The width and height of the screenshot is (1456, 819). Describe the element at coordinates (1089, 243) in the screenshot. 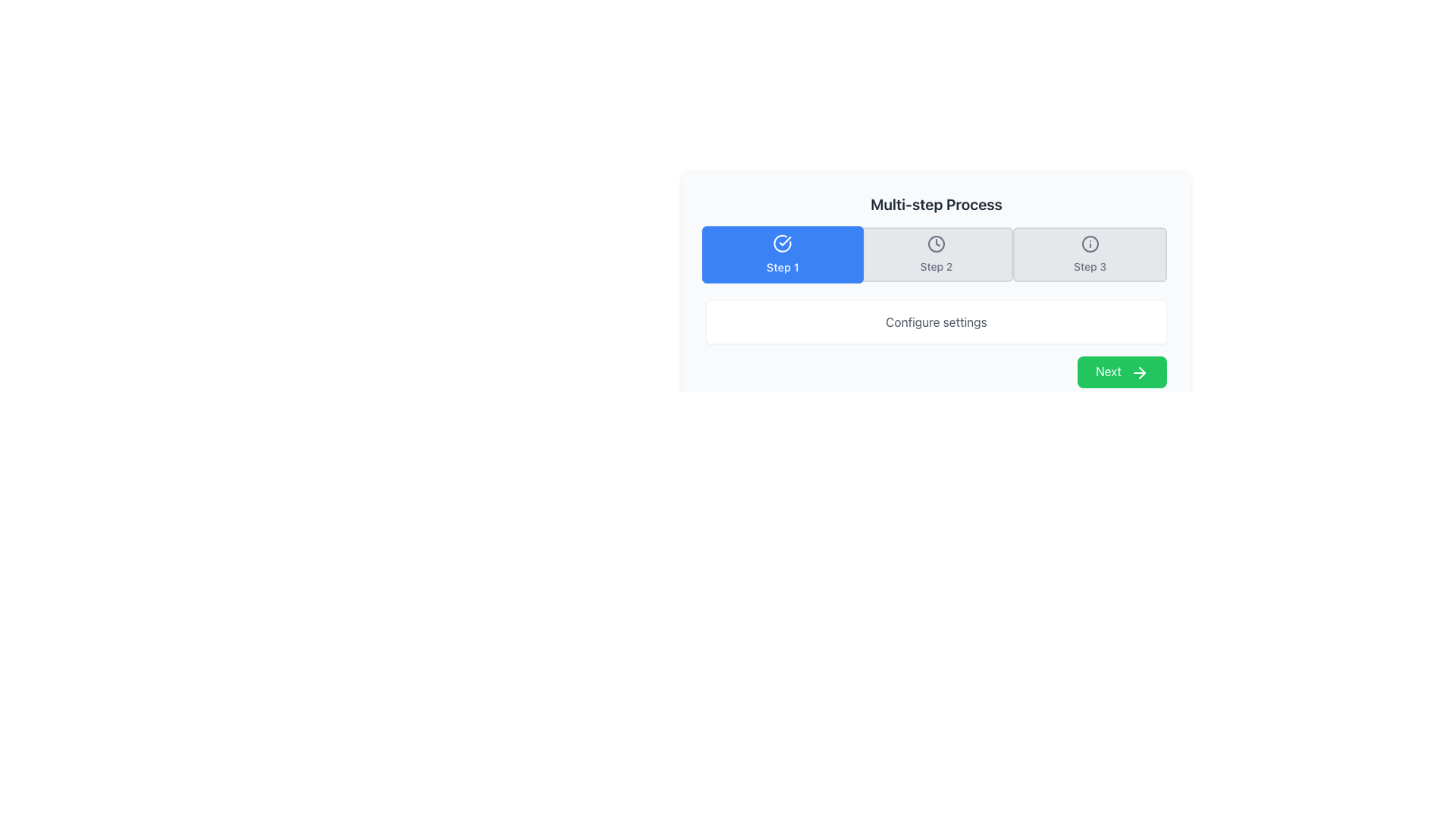

I see `the icon representing the current status of 'Step 3' in the multi-step process interface` at that location.